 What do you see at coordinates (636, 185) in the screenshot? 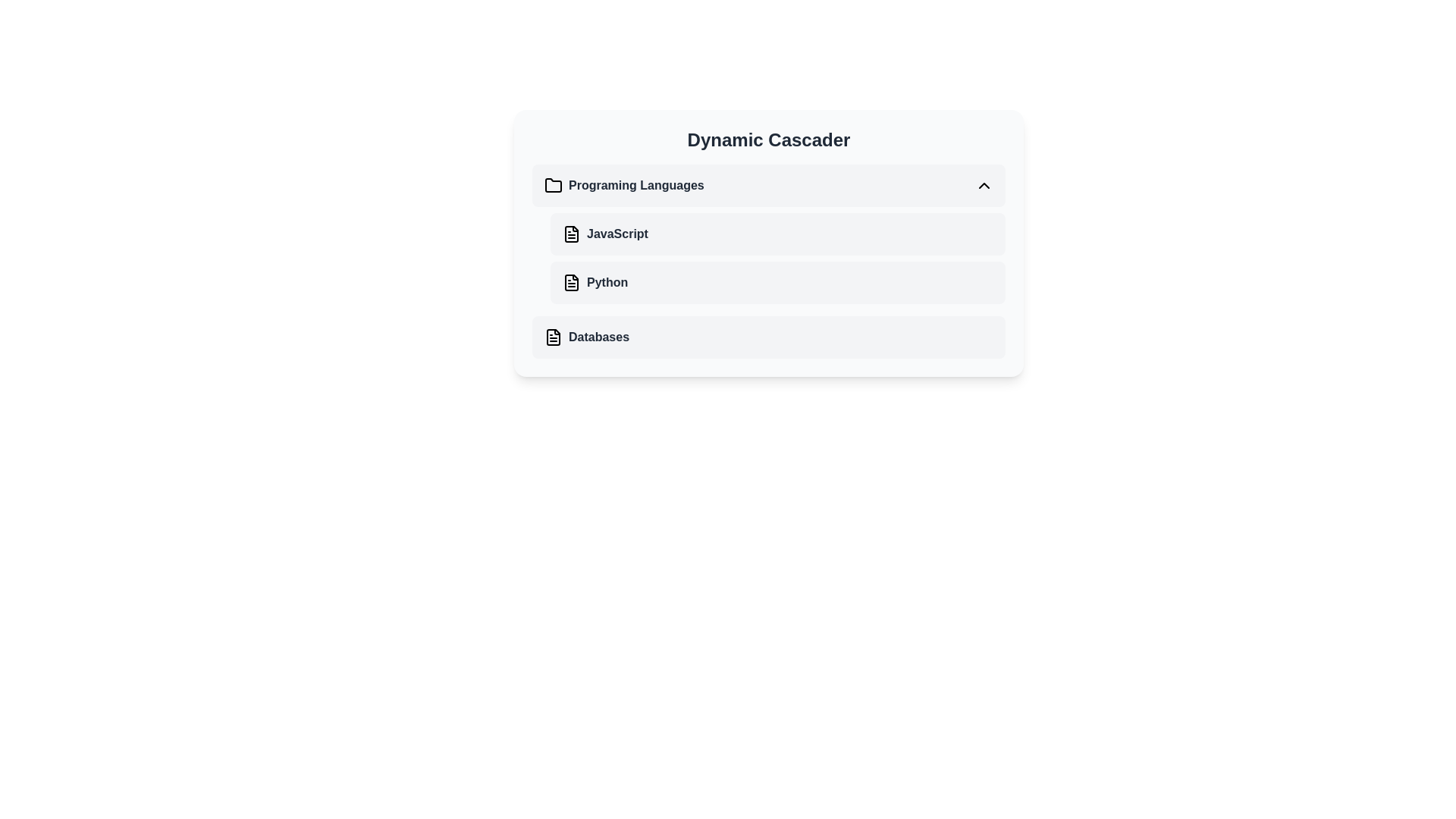
I see `the text label displaying 'Programming Languages', which is styled in bold dark gray font and positioned to the right of a folder icon within a vertical list under 'Dynamic Cascader'` at bounding box center [636, 185].